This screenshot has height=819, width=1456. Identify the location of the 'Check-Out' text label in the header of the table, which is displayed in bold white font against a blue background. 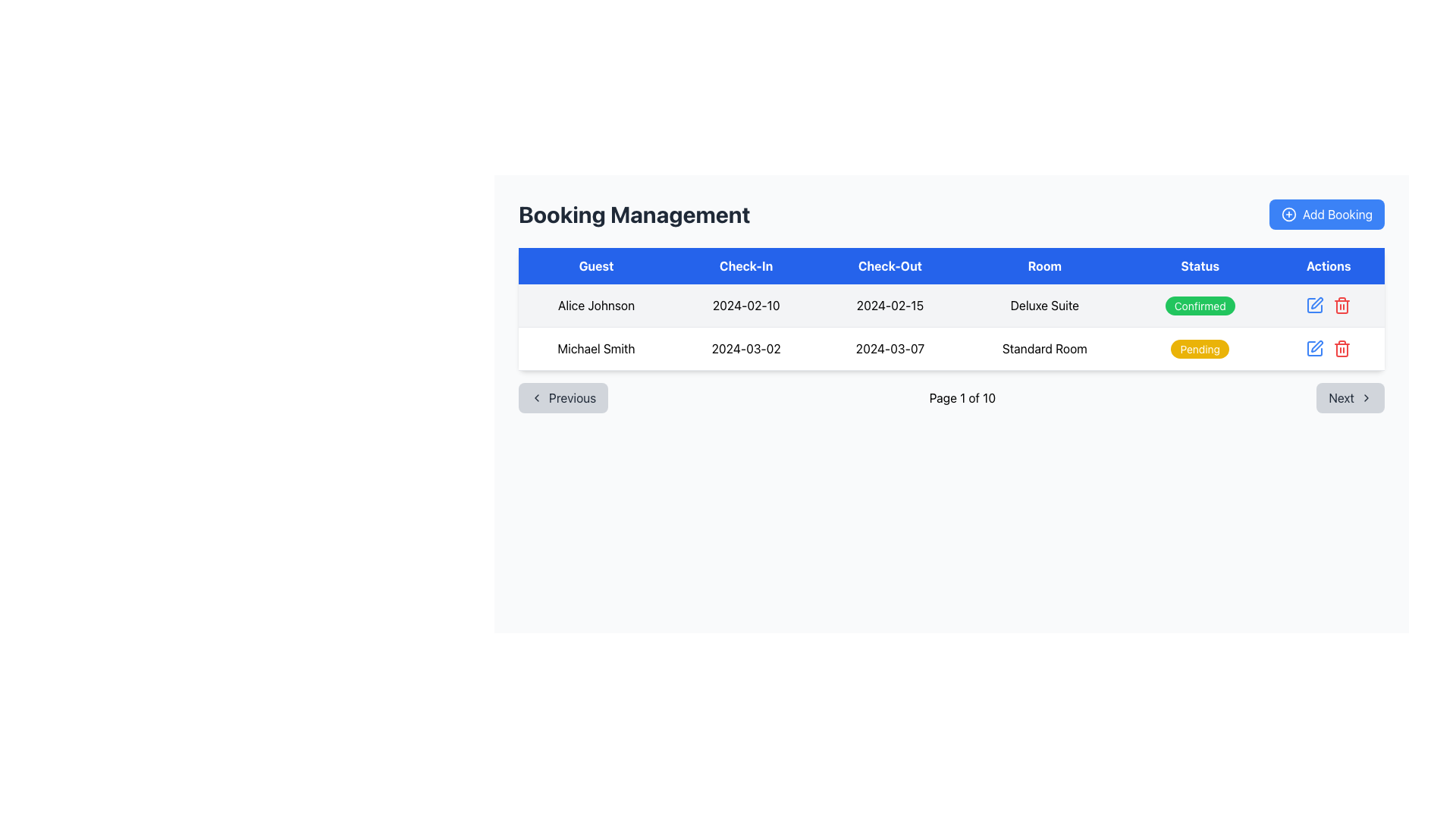
(890, 265).